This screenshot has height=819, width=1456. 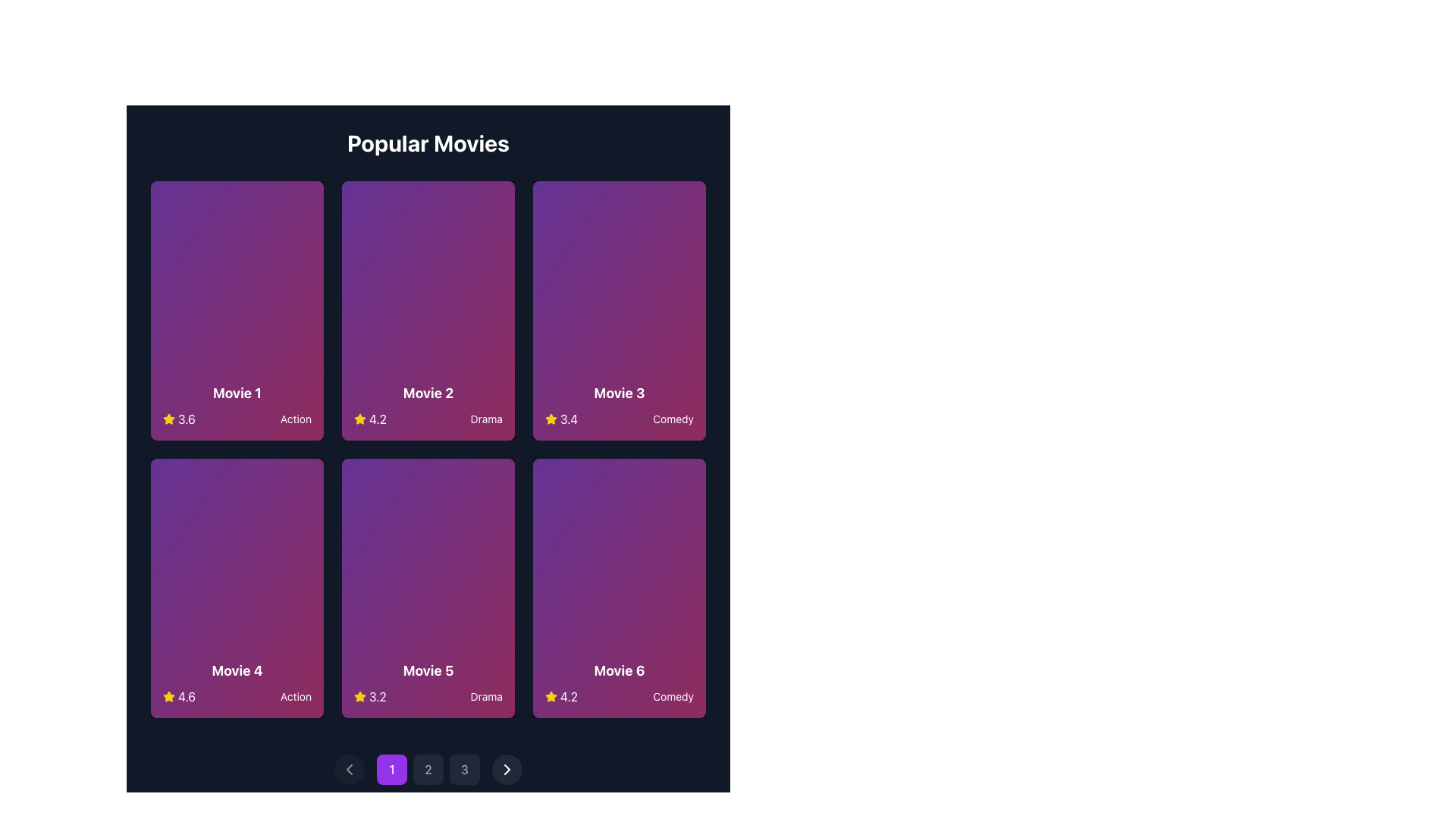 What do you see at coordinates (560, 696) in the screenshot?
I see `the text label indicating the rating of the movie 'Movie 6', located in the bottom-right corner of the movie card, next to a star icon and genre text 'Comedy'` at bounding box center [560, 696].